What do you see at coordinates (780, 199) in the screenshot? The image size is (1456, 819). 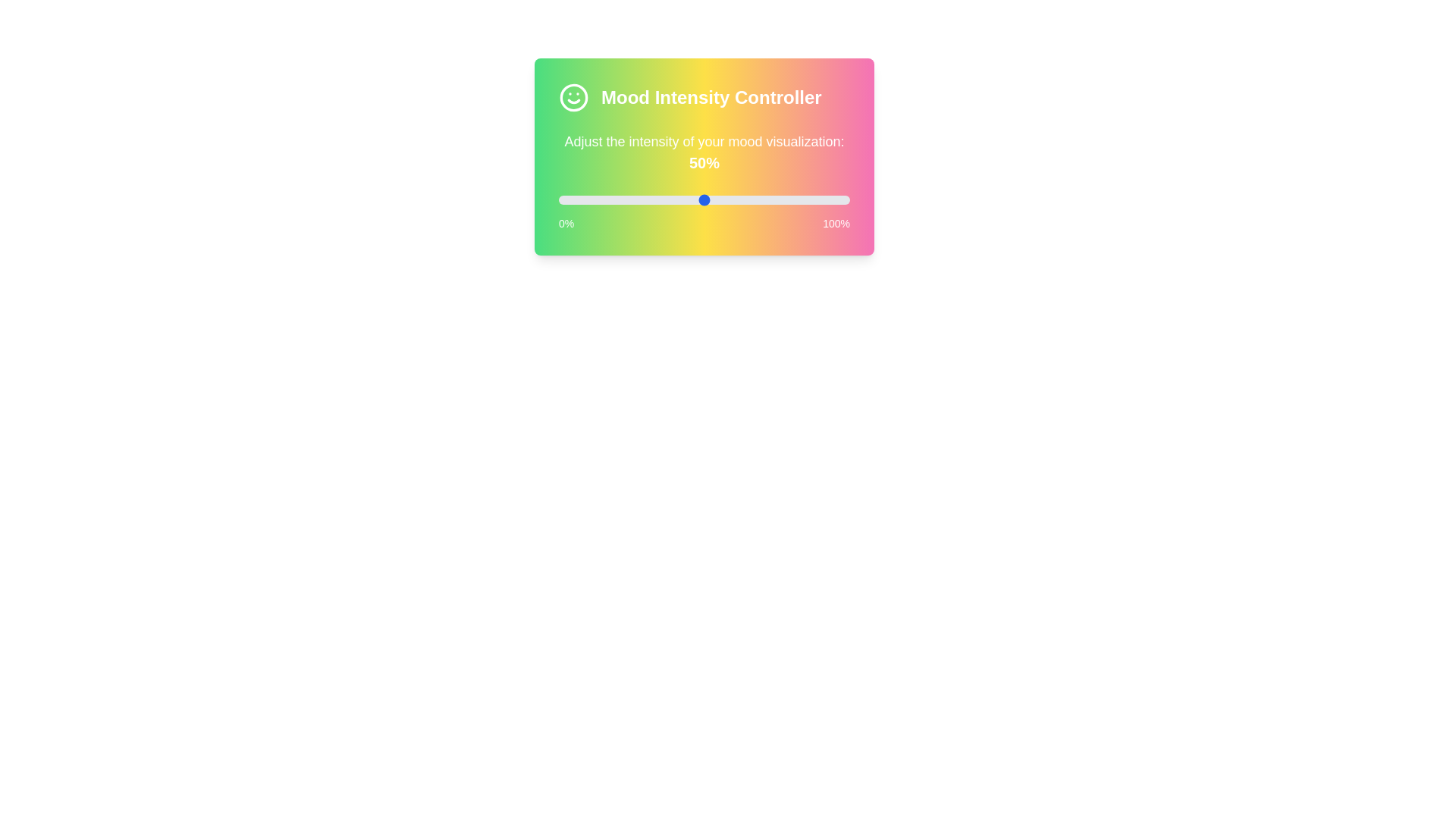 I see `the slider to 76%` at bounding box center [780, 199].